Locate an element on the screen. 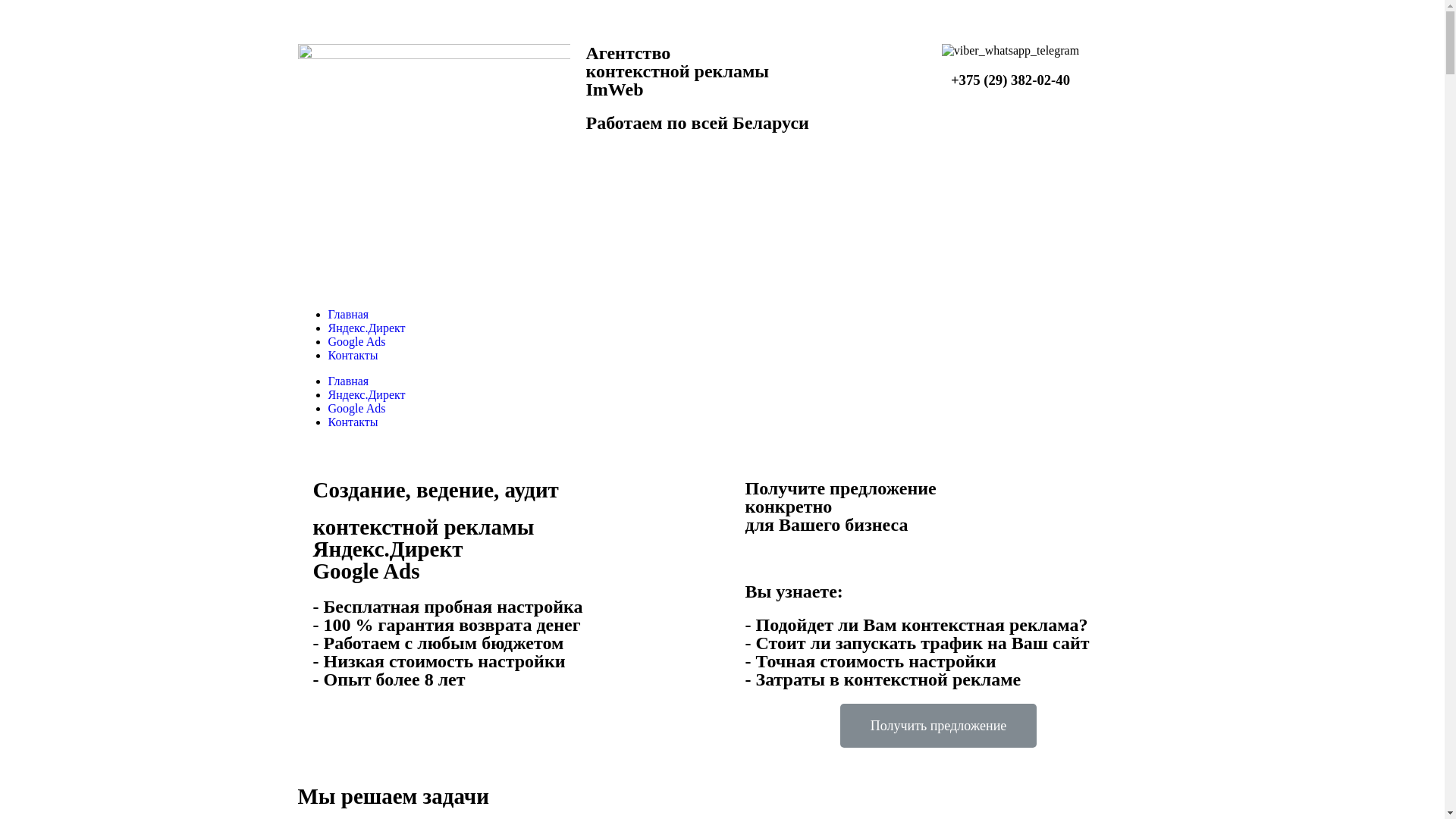 Image resolution: width=1456 pixels, height=819 pixels. 'Google Ads' is located at coordinates (356, 341).